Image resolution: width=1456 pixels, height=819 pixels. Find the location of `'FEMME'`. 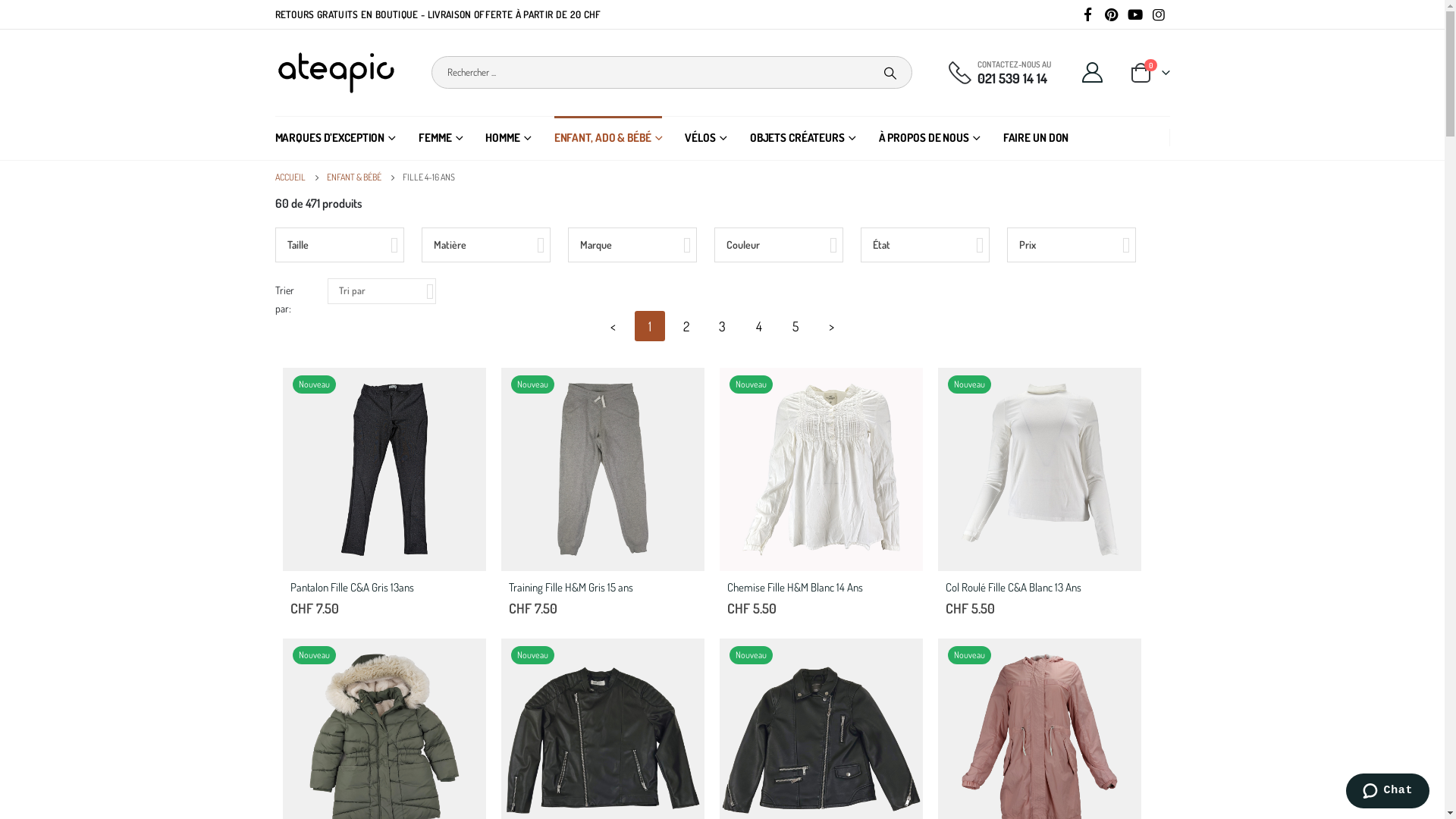

'FEMME' is located at coordinates (419, 137).